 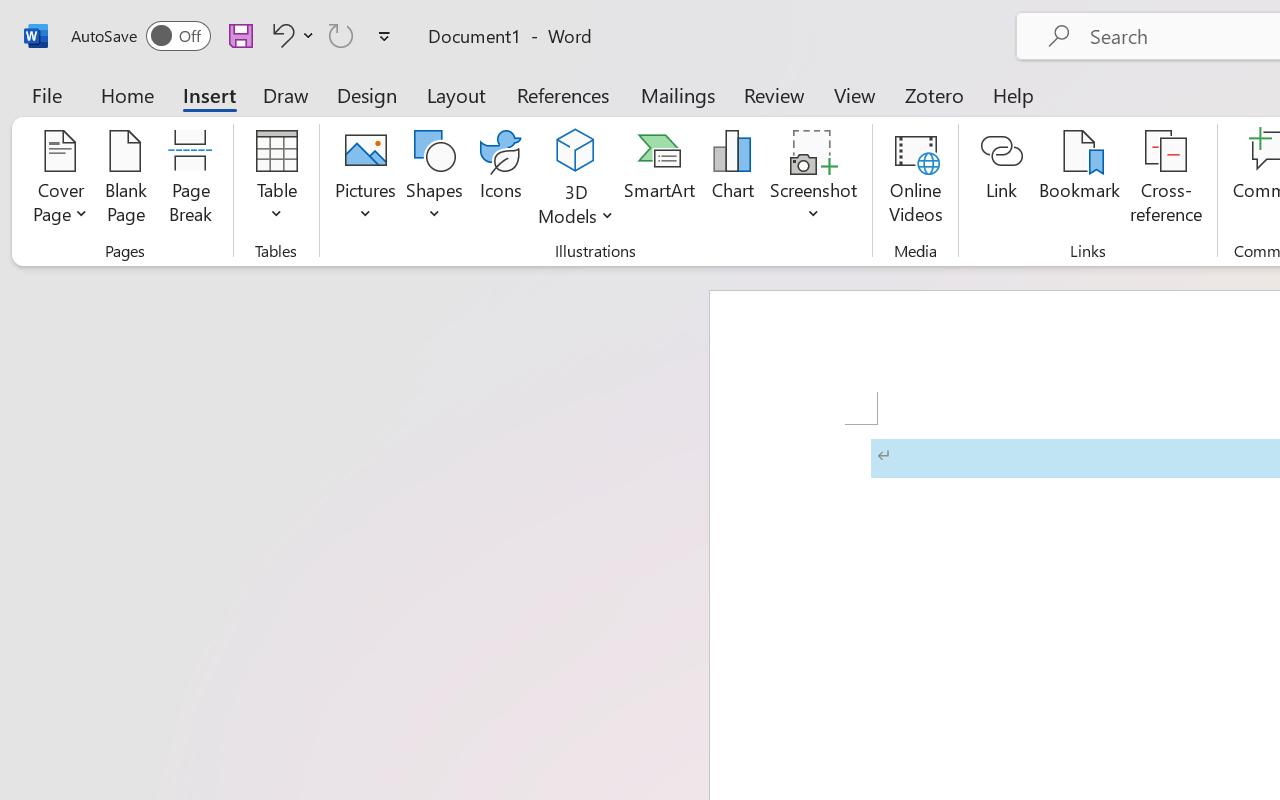 I want to click on 'Cover Page', so click(x=60, y=179).